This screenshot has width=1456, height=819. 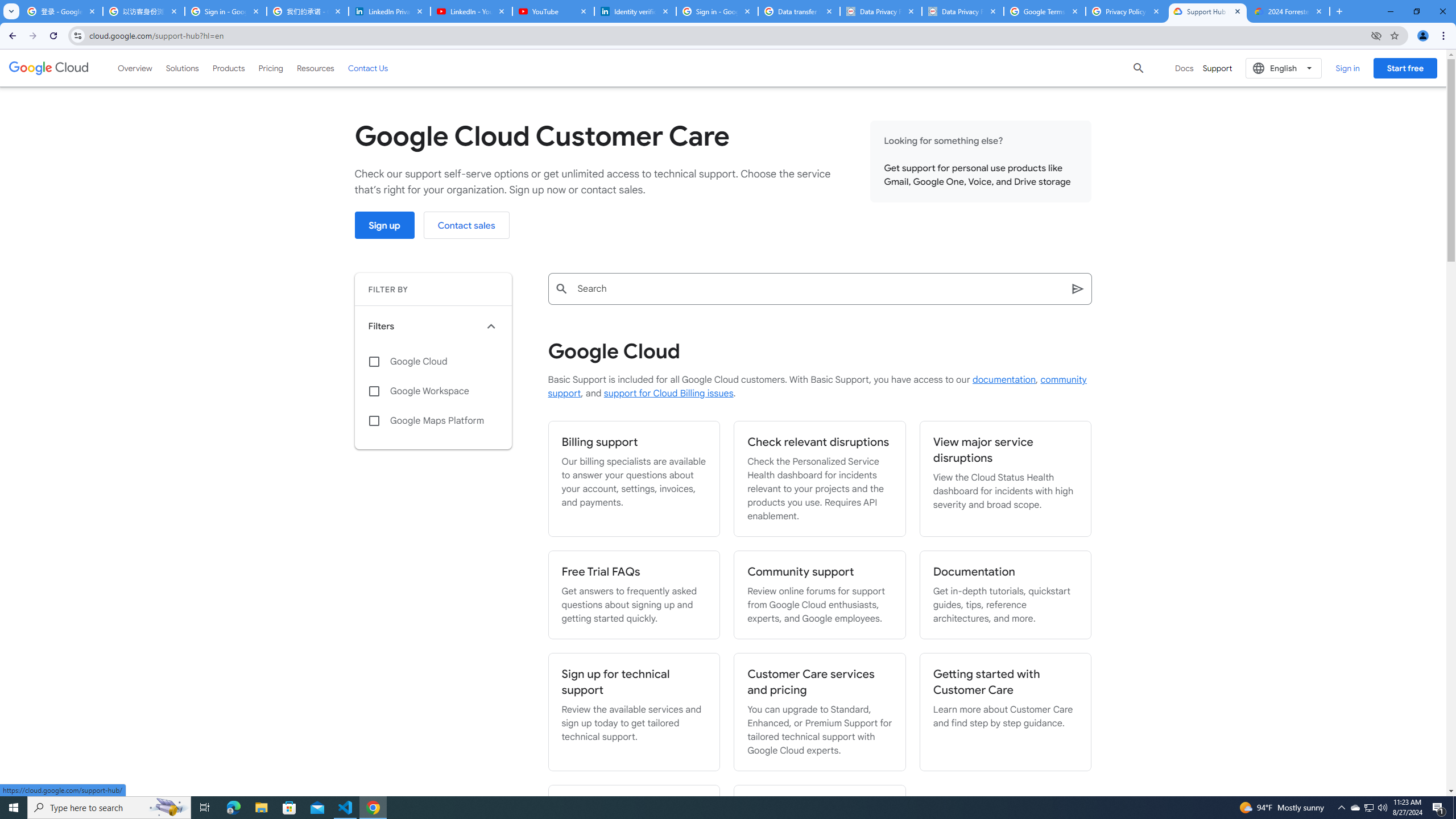 I want to click on 'Sign in', so click(x=1347, y=67).